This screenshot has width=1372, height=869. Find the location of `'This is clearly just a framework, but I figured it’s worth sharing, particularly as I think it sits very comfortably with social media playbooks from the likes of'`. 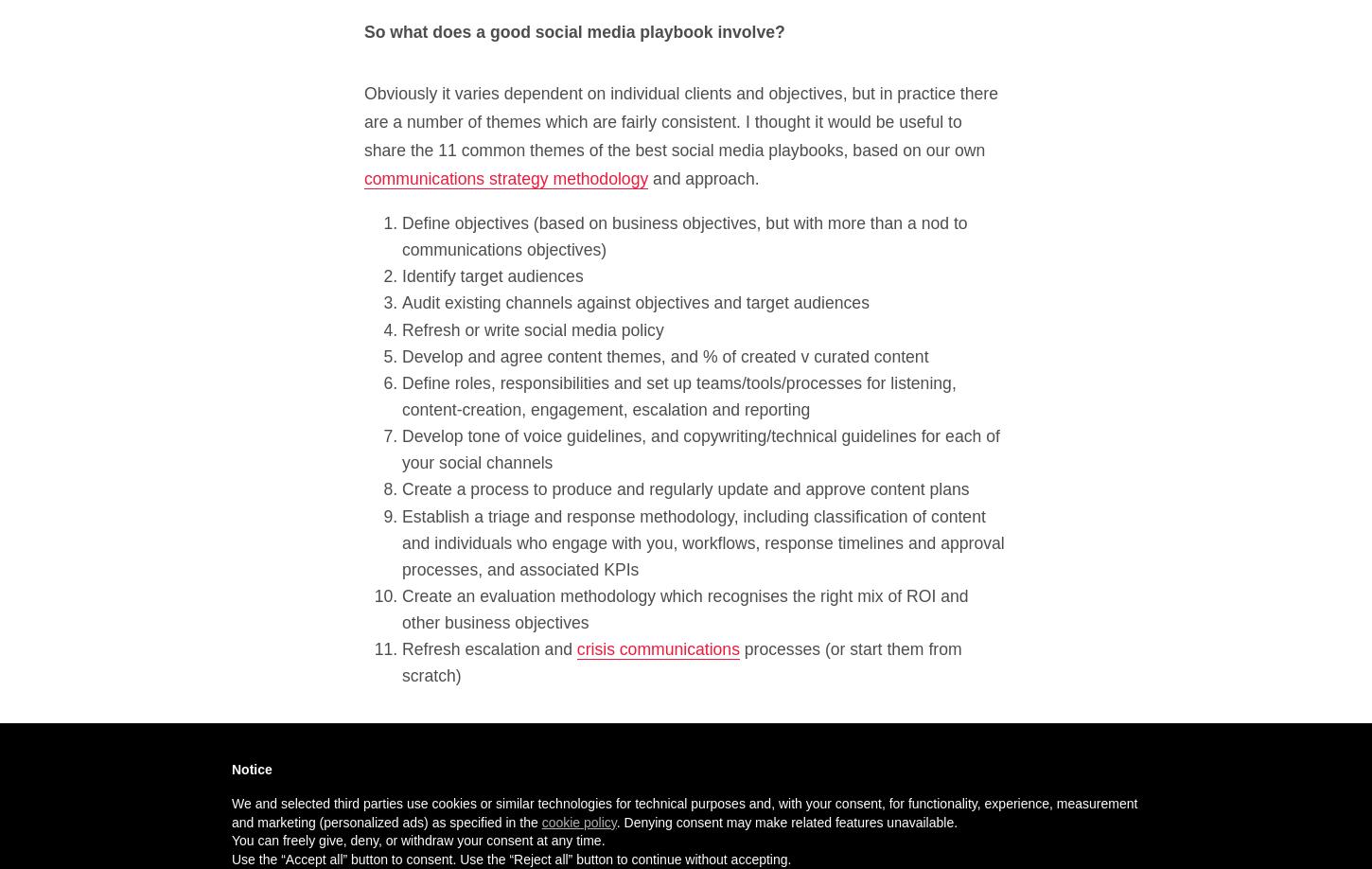

'This is clearly just a framework, but I figured it’s worth sharing, particularly as I think it sits very comfortably with social media playbooks from the likes of' is located at coordinates (677, 749).